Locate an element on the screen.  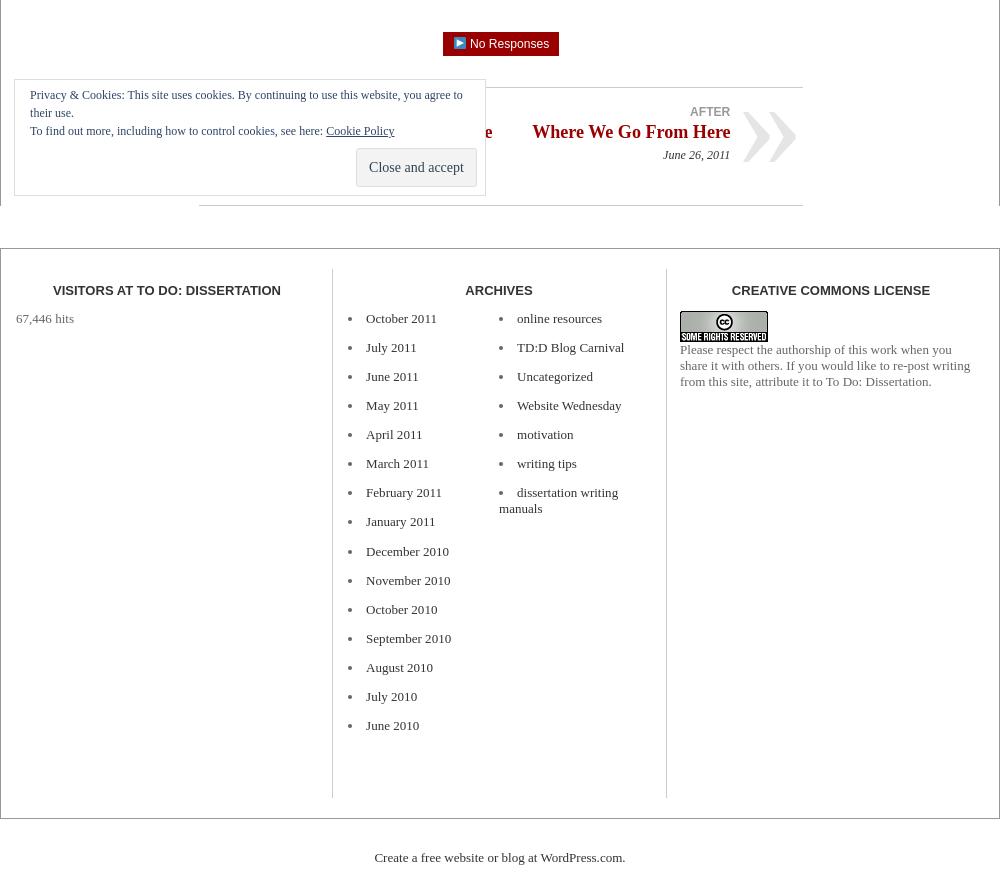
'Cookie Policy' is located at coordinates (358, 130).